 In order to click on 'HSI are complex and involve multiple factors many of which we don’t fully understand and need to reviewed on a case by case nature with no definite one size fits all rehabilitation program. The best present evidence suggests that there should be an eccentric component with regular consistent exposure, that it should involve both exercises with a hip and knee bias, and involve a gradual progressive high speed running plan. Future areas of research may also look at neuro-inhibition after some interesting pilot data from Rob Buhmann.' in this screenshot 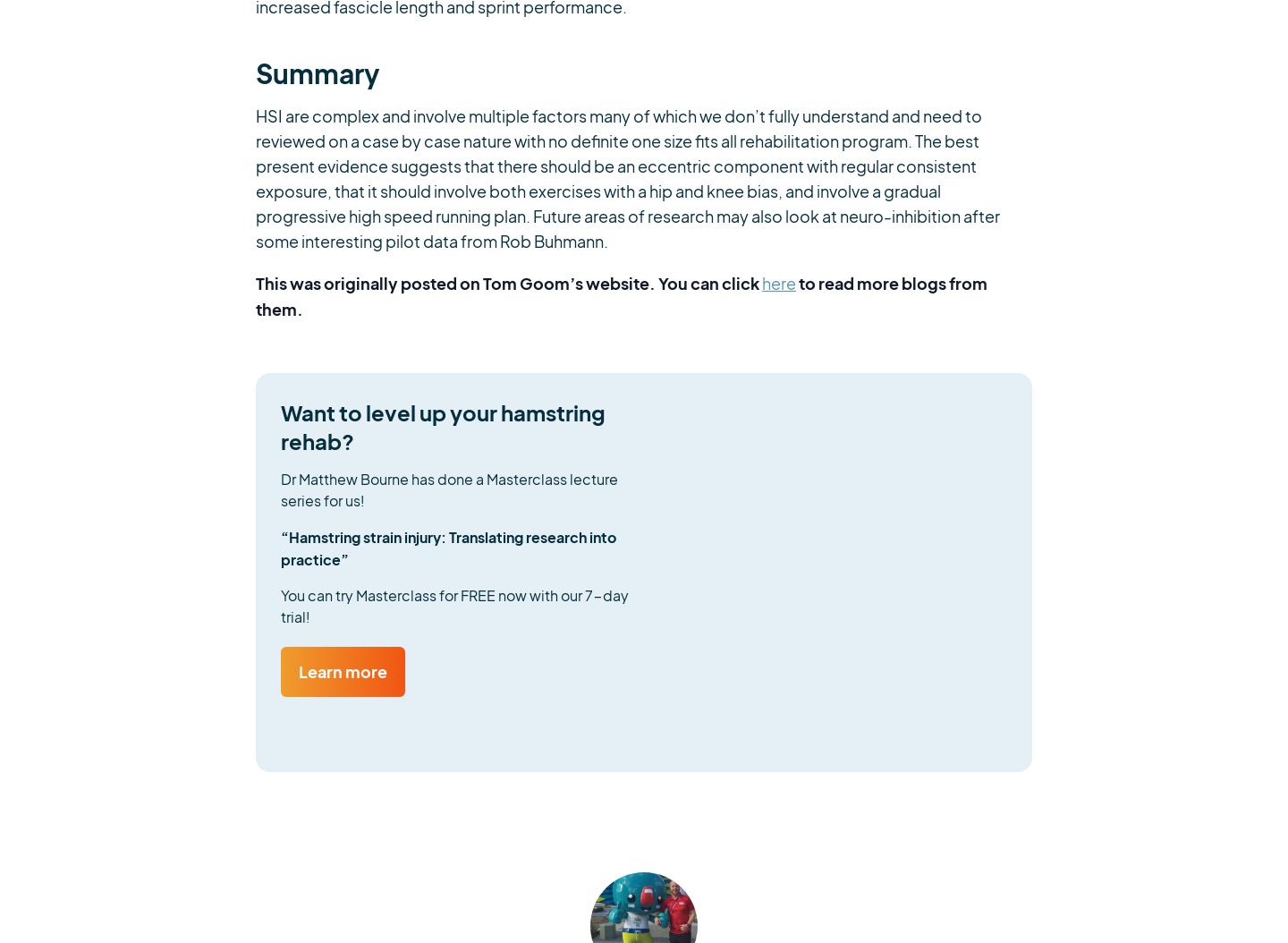, I will do `click(628, 177)`.